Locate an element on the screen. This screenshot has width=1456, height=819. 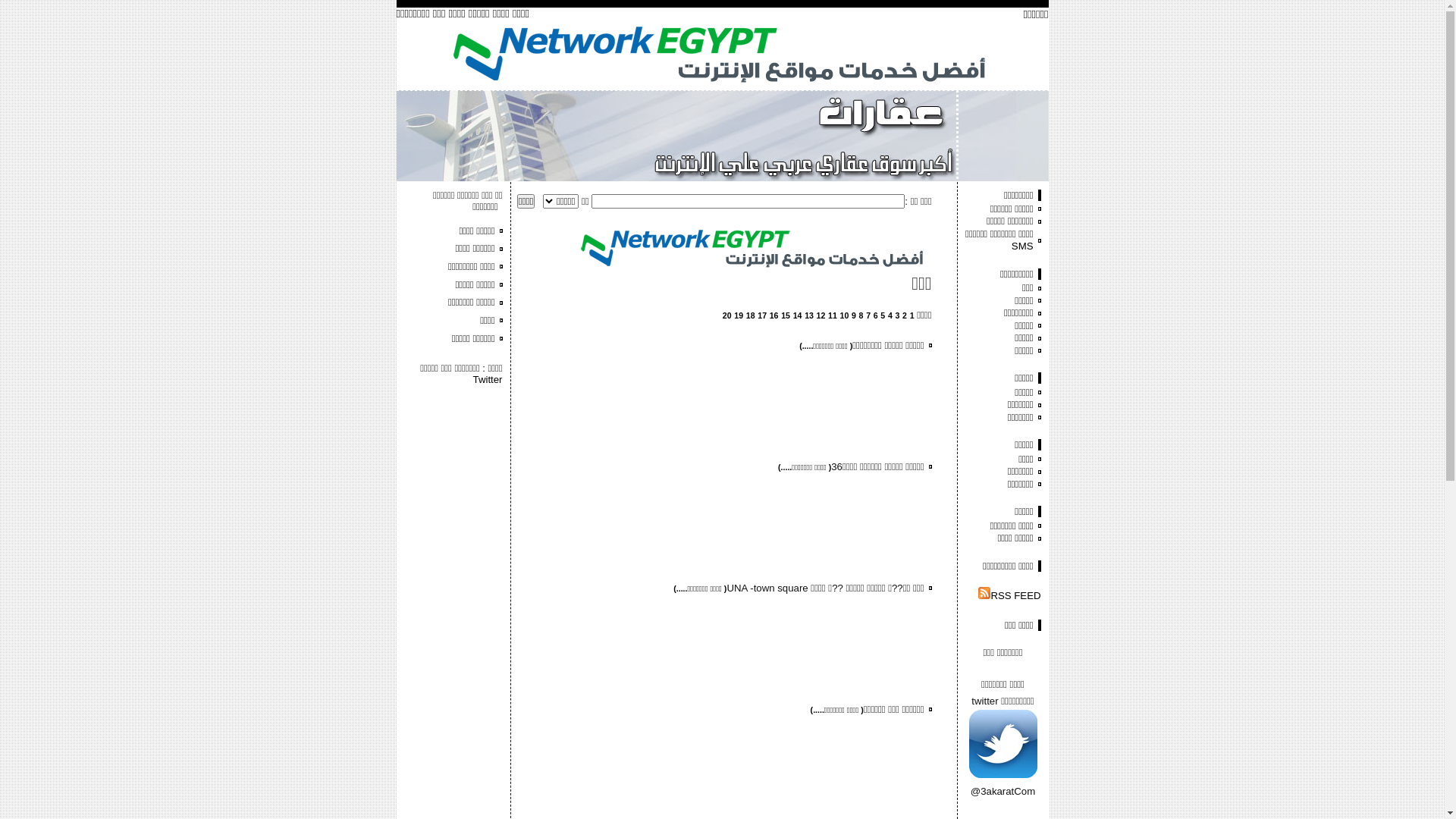
'Twitter' is located at coordinates (488, 378).